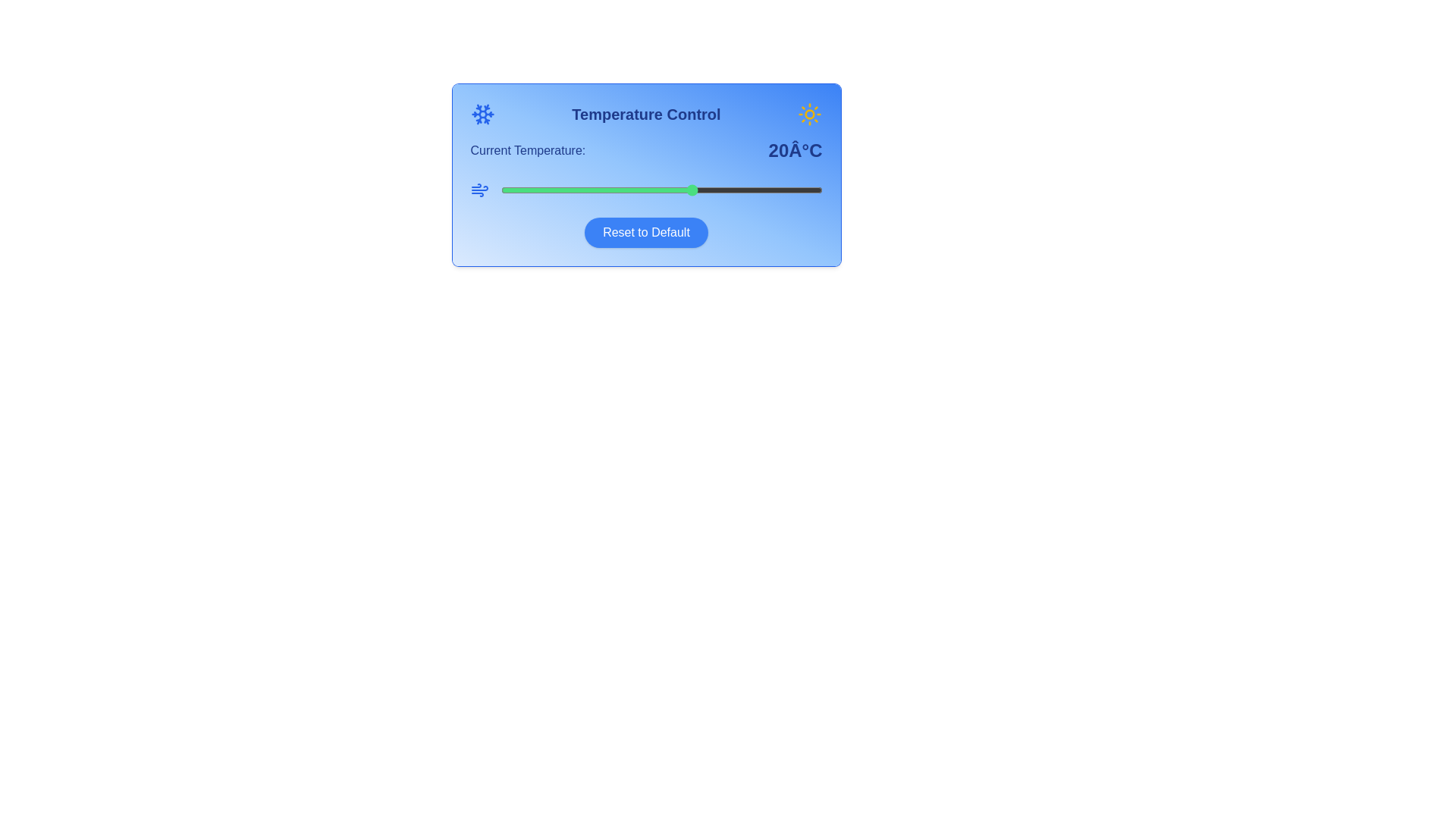  I want to click on the central circle of the sun-style icon representing warmth on the blue temperature control panel located at the top-right corner, so click(809, 113).